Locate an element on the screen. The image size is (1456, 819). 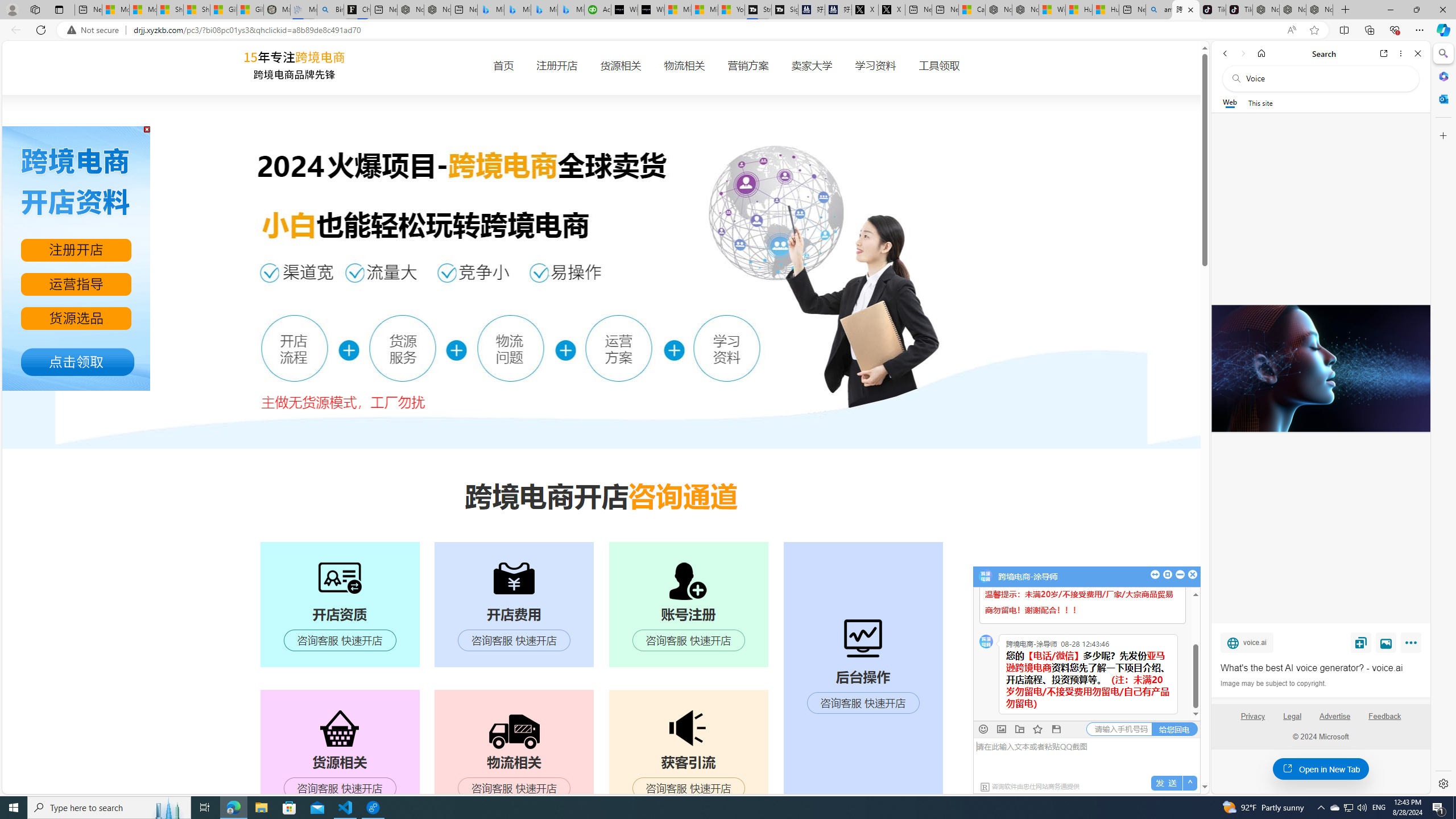
'Chloe Sorvino' is located at coordinates (357, 9).